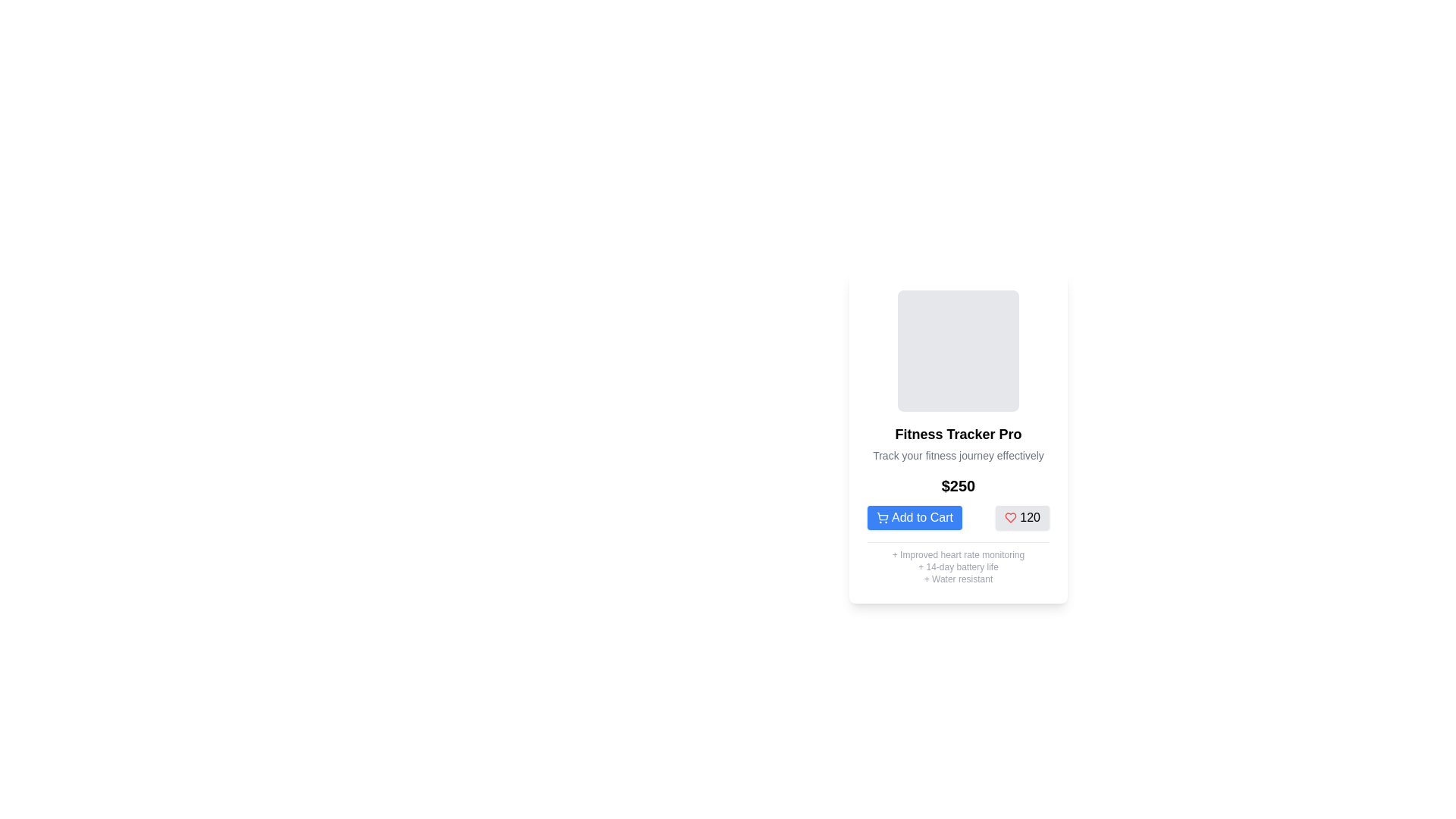  I want to click on keyboard navigation, so click(1022, 516).